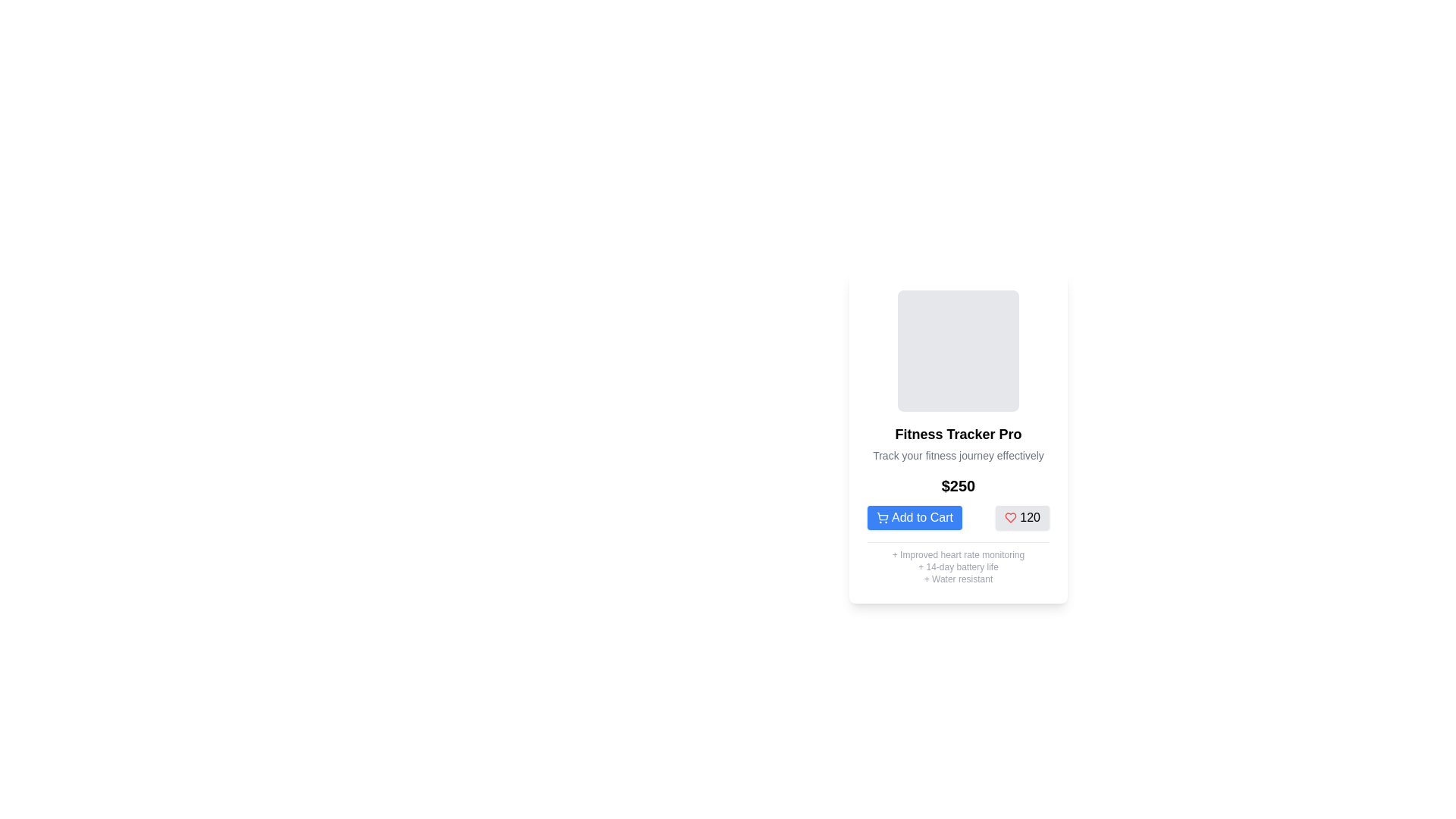  I want to click on keyboard navigation, so click(1022, 516).